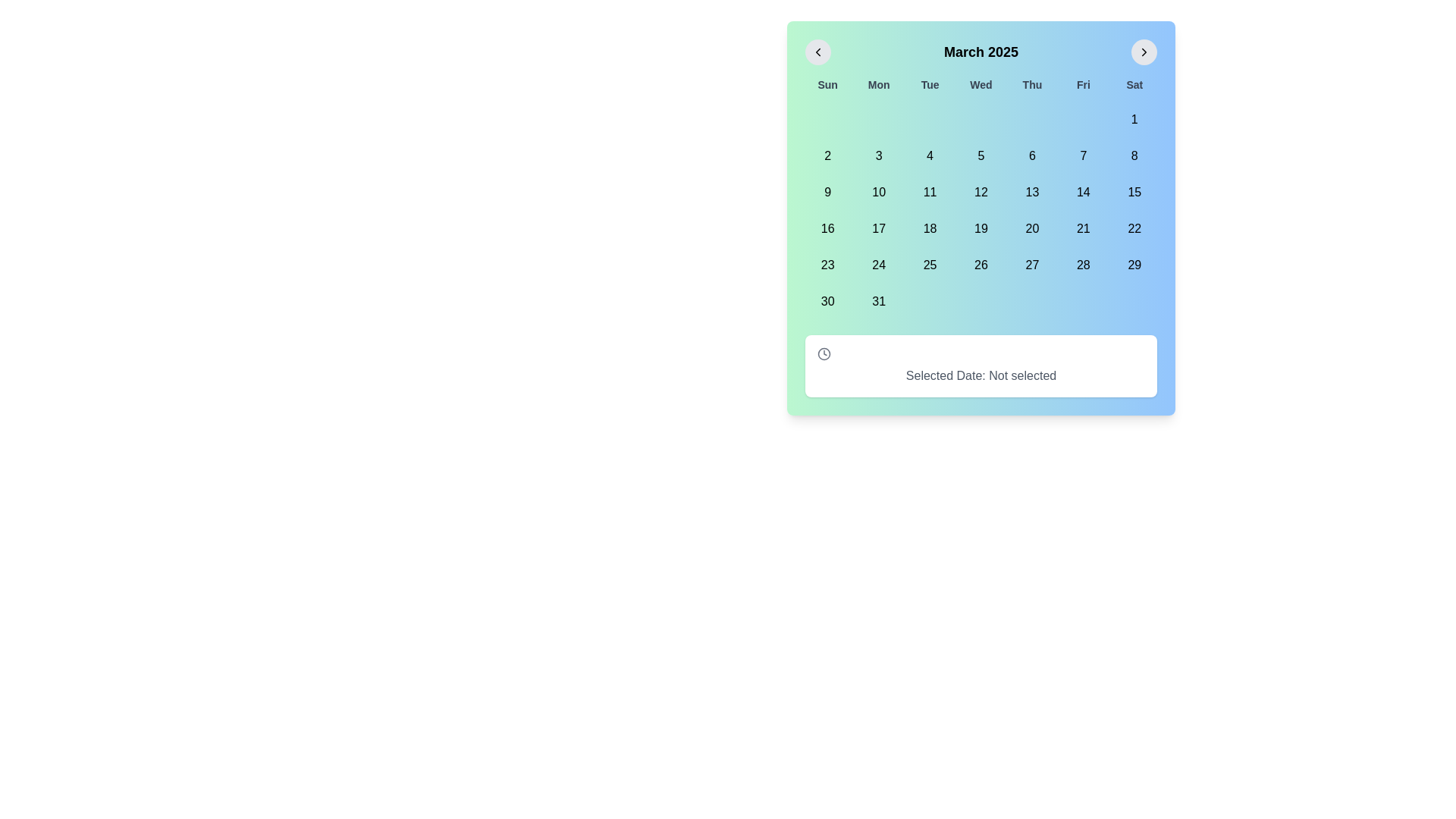 The width and height of the screenshot is (1456, 819). Describe the element at coordinates (929, 265) in the screenshot. I see `the rectangular button labeled '25' in the fourth row and third column of the month calendar grid` at that location.